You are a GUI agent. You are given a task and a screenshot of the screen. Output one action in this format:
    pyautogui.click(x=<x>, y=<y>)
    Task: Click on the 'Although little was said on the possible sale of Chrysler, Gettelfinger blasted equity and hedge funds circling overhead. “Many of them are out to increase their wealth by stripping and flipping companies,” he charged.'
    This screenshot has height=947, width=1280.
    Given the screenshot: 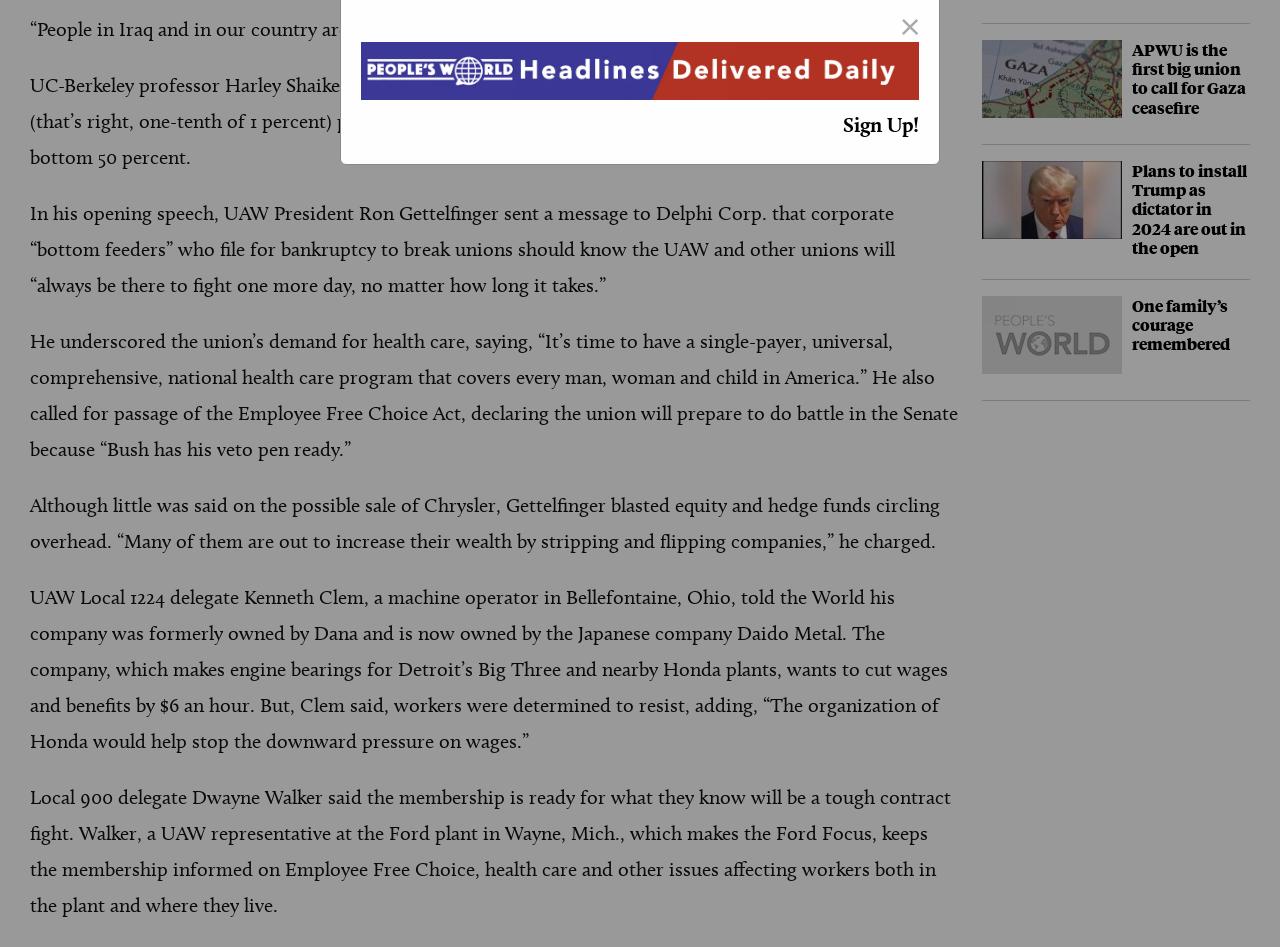 What is the action you would take?
    pyautogui.click(x=484, y=522)
    